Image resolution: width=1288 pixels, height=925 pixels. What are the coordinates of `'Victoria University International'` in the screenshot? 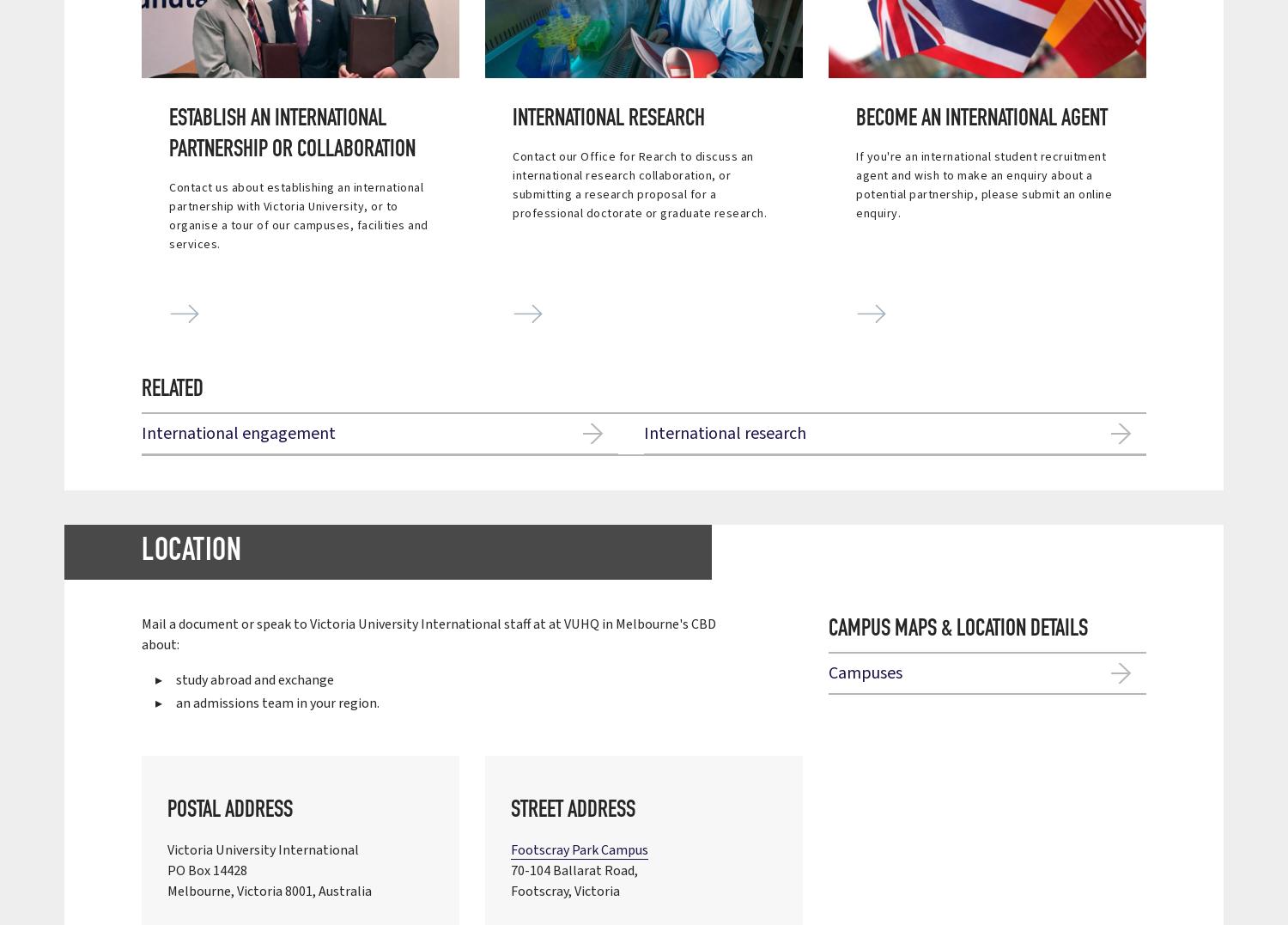 It's located at (263, 849).